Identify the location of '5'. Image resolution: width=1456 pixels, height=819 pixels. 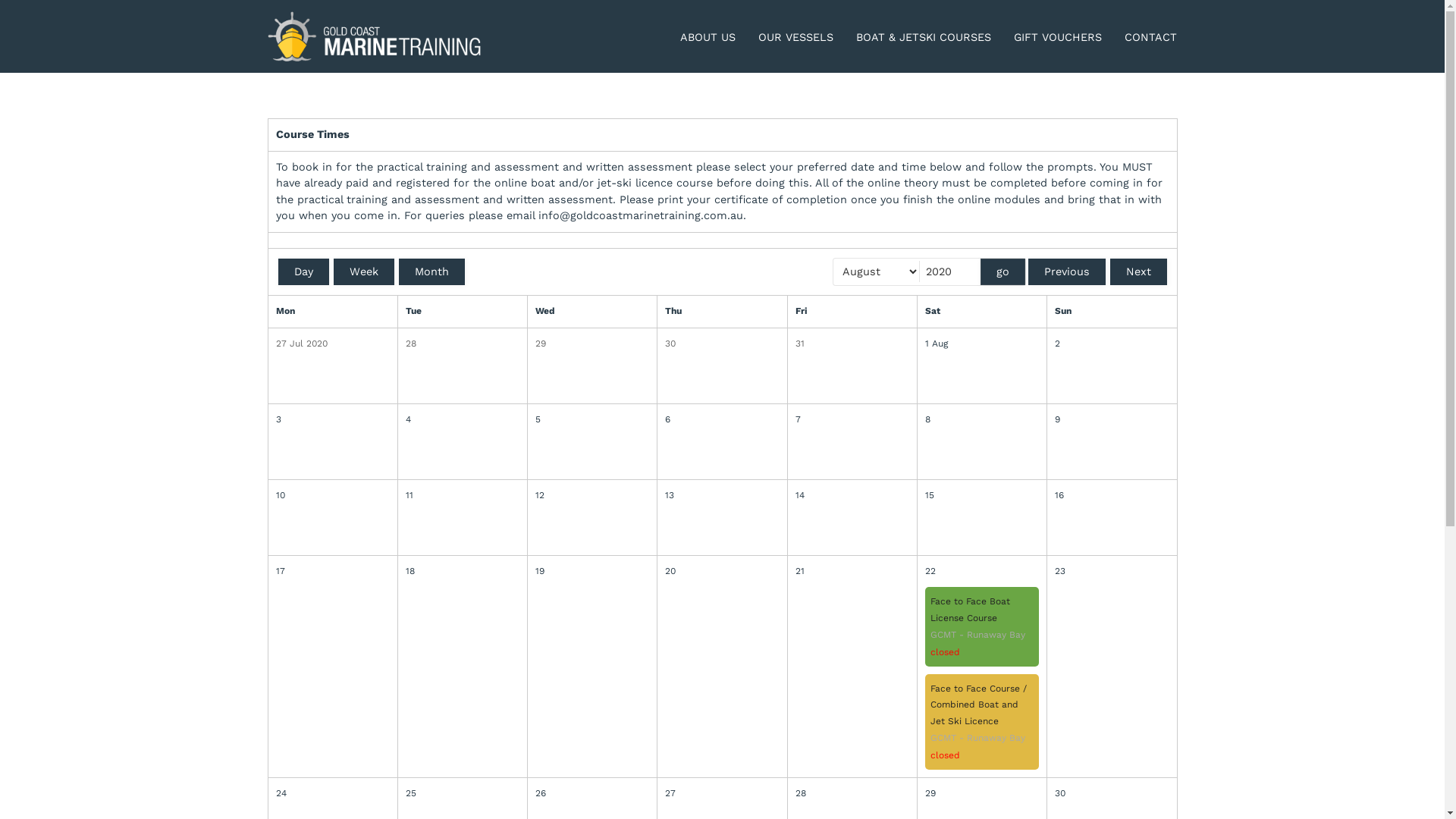
(591, 420).